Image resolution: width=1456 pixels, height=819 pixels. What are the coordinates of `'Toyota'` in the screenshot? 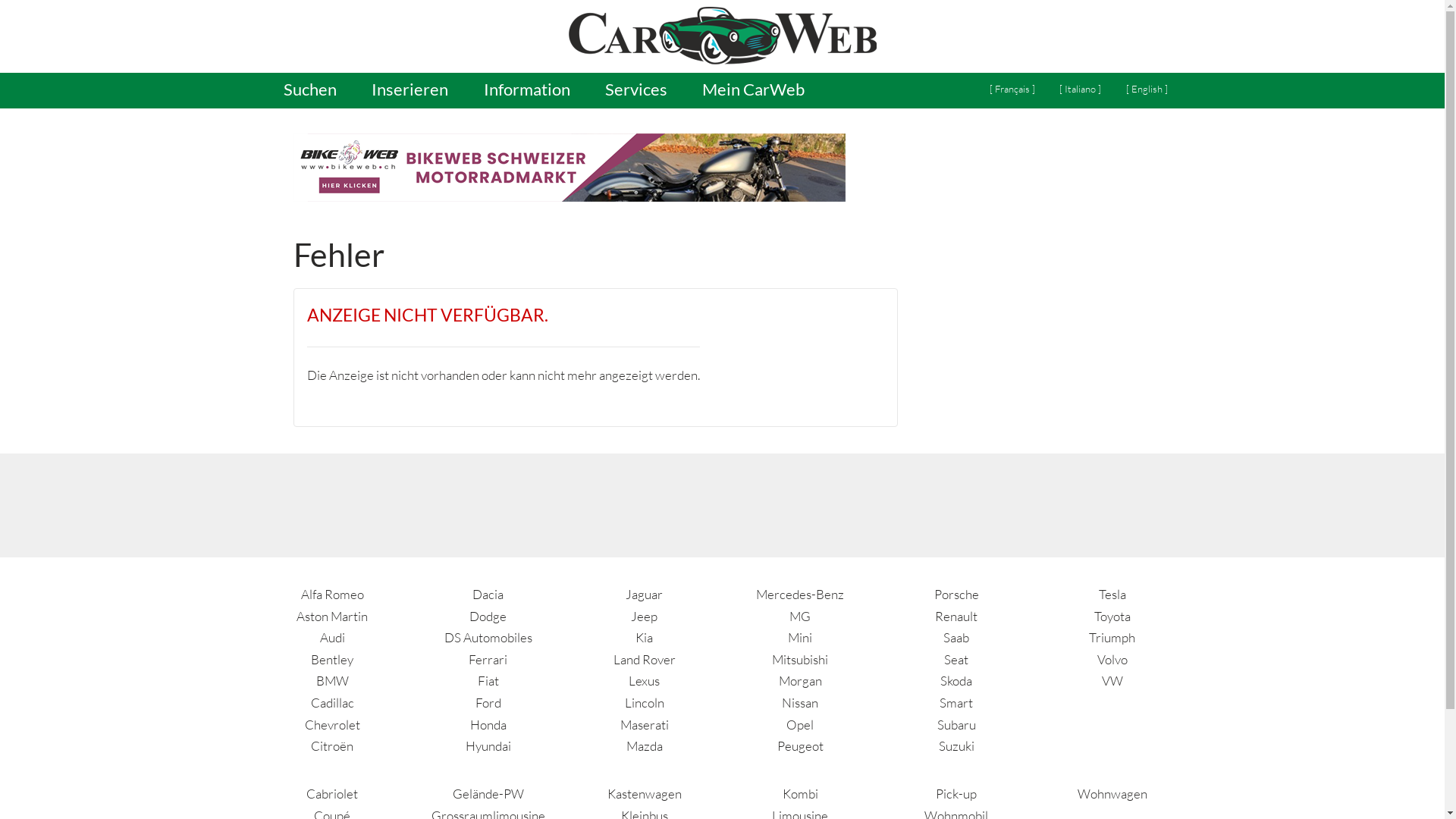 It's located at (1112, 616).